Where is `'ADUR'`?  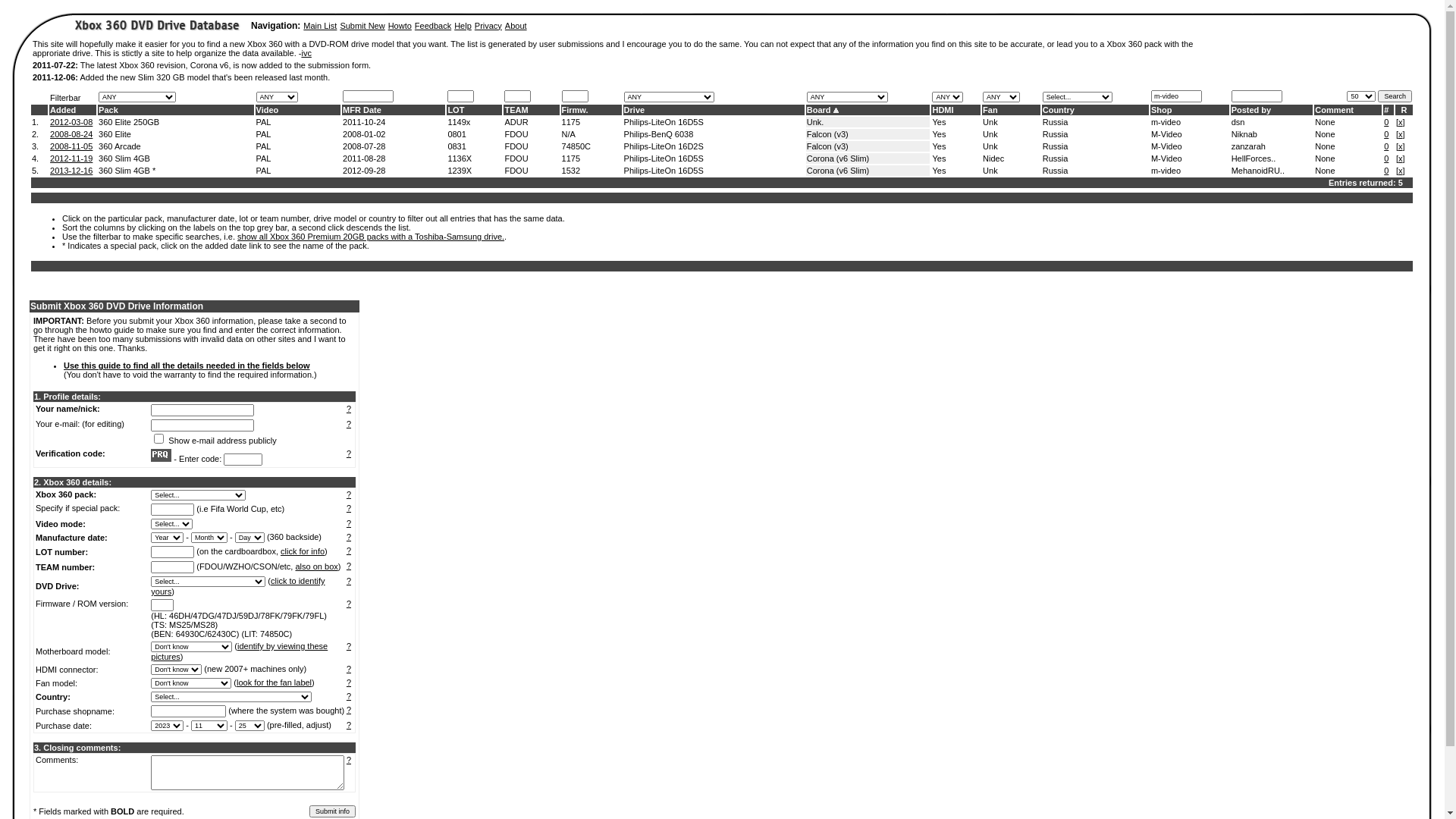 'ADUR' is located at coordinates (516, 121).